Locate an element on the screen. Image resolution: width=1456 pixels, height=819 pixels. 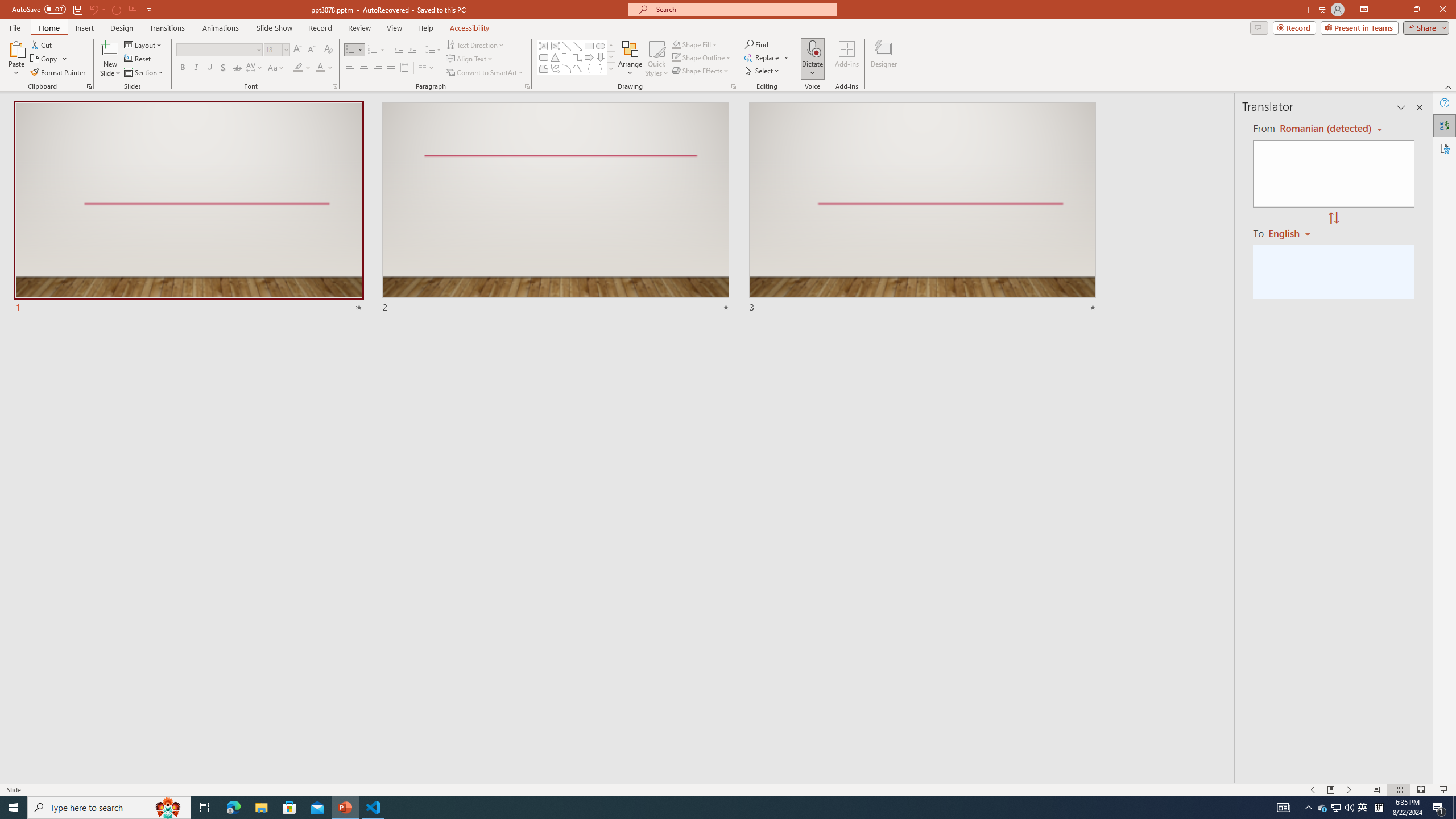
'Shape Effects' is located at coordinates (700, 69).